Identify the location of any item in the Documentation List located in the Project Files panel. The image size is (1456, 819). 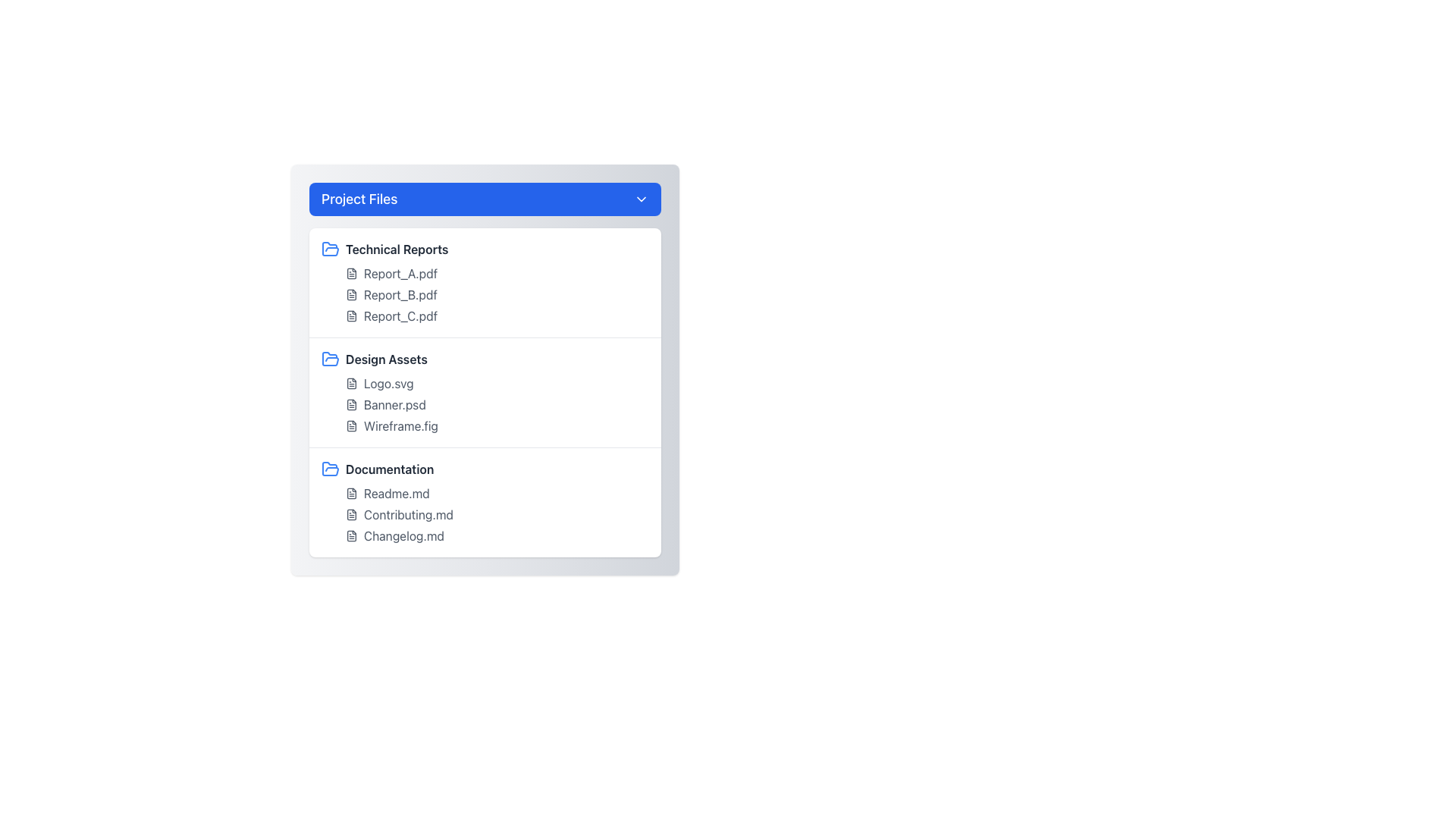
(484, 513).